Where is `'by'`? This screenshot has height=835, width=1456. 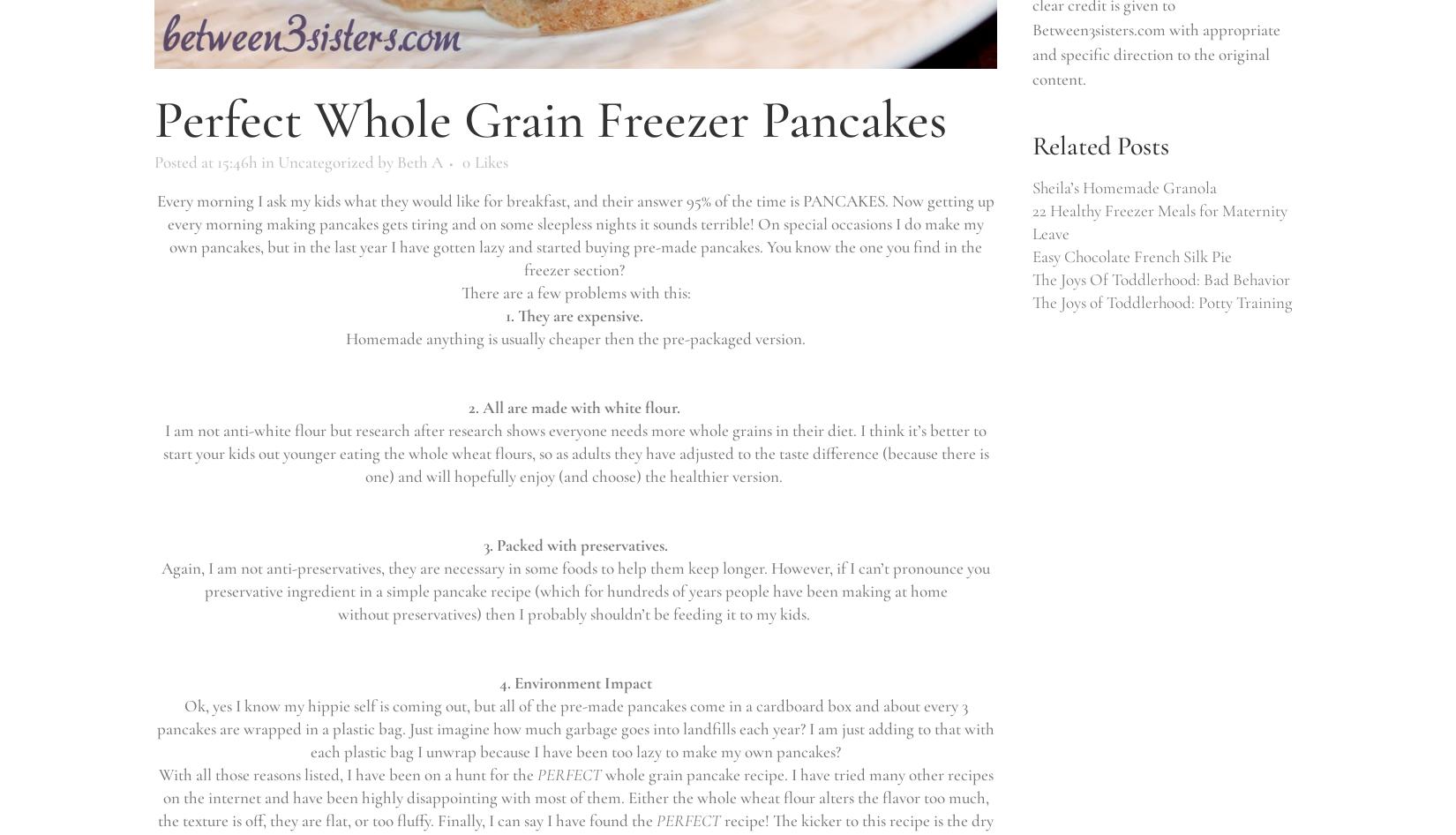
'by' is located at coordinates (377, 162).